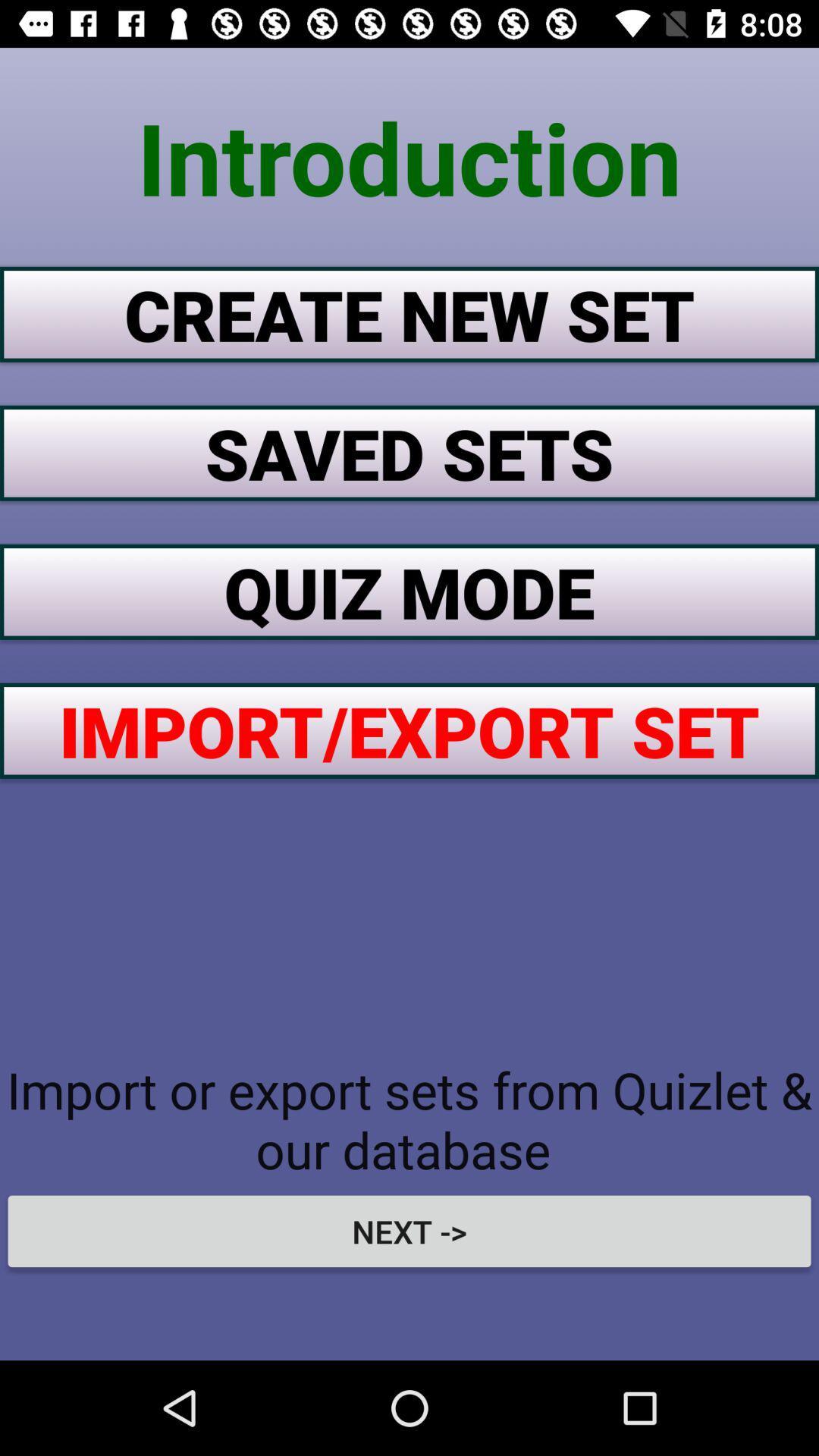 The height and width of the screenshot is (1456, 819). I want to click on button above the import/export set button, so click(409, 591).